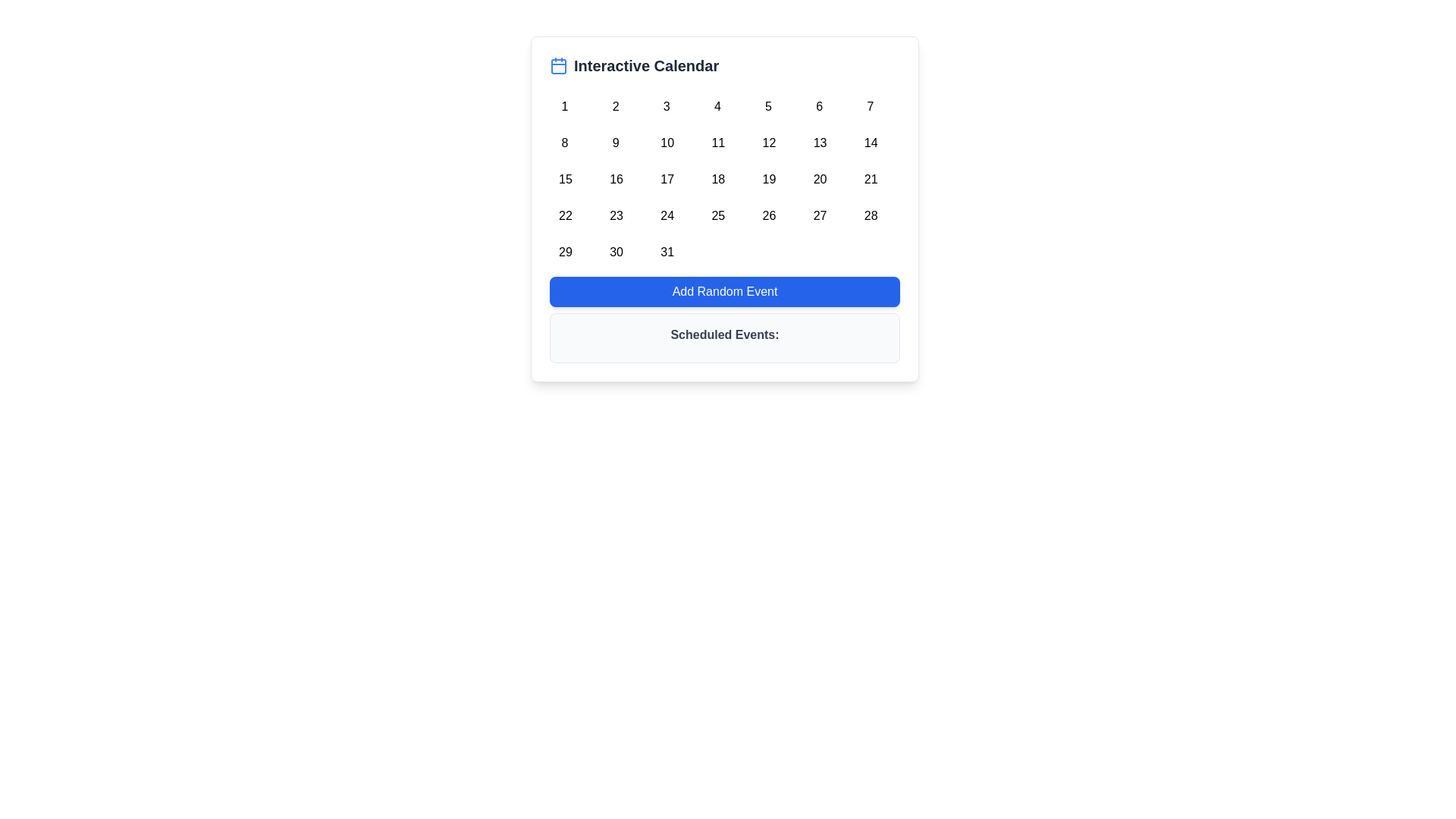 The height and width of the screenshot is (819, 1456). I want to click on the rounded rectangular button labeled '13' in the calendar layout, so click(818, 140).